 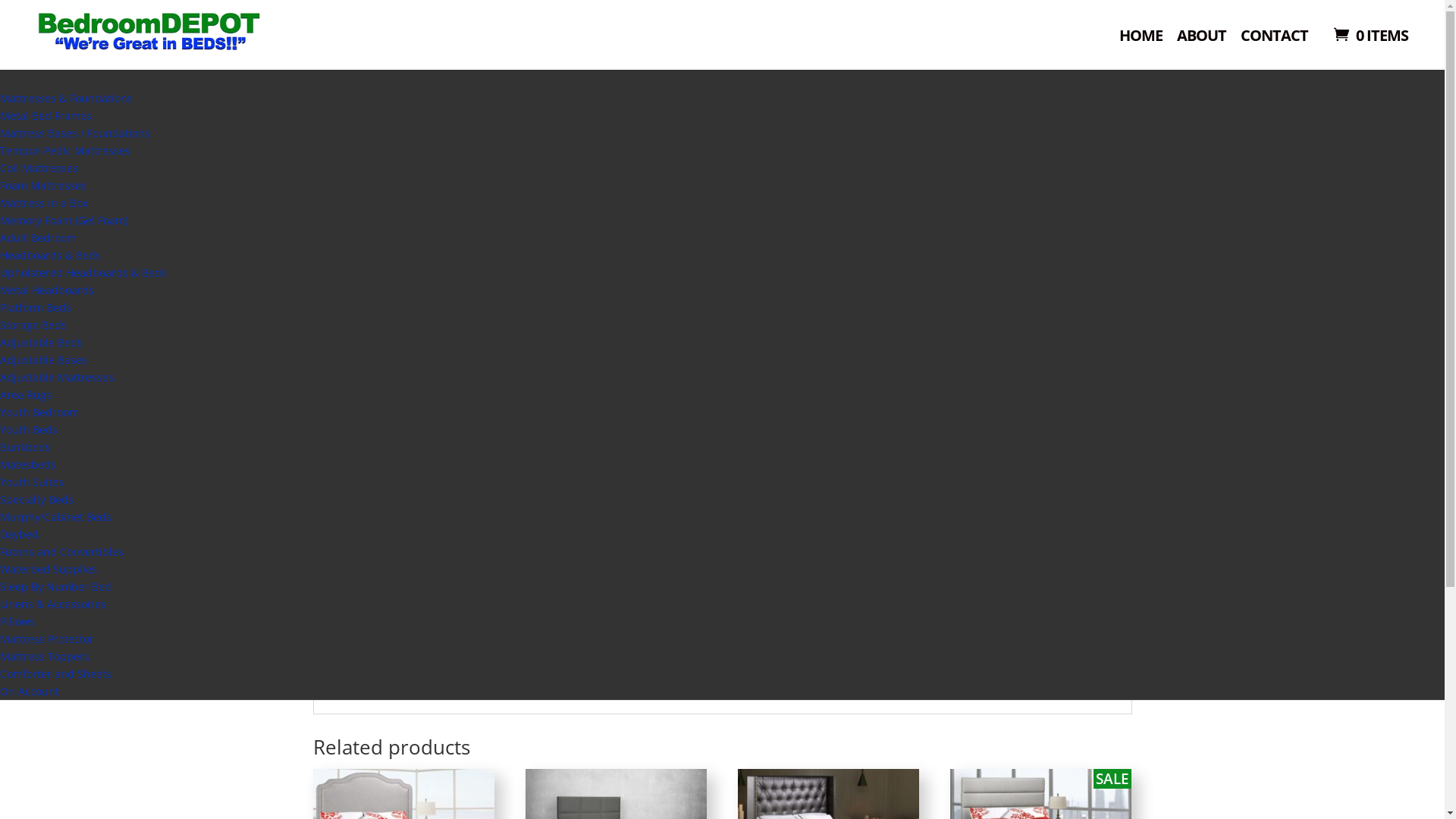 I want to click on 'ABOUT', so click(x=1200, y=40).